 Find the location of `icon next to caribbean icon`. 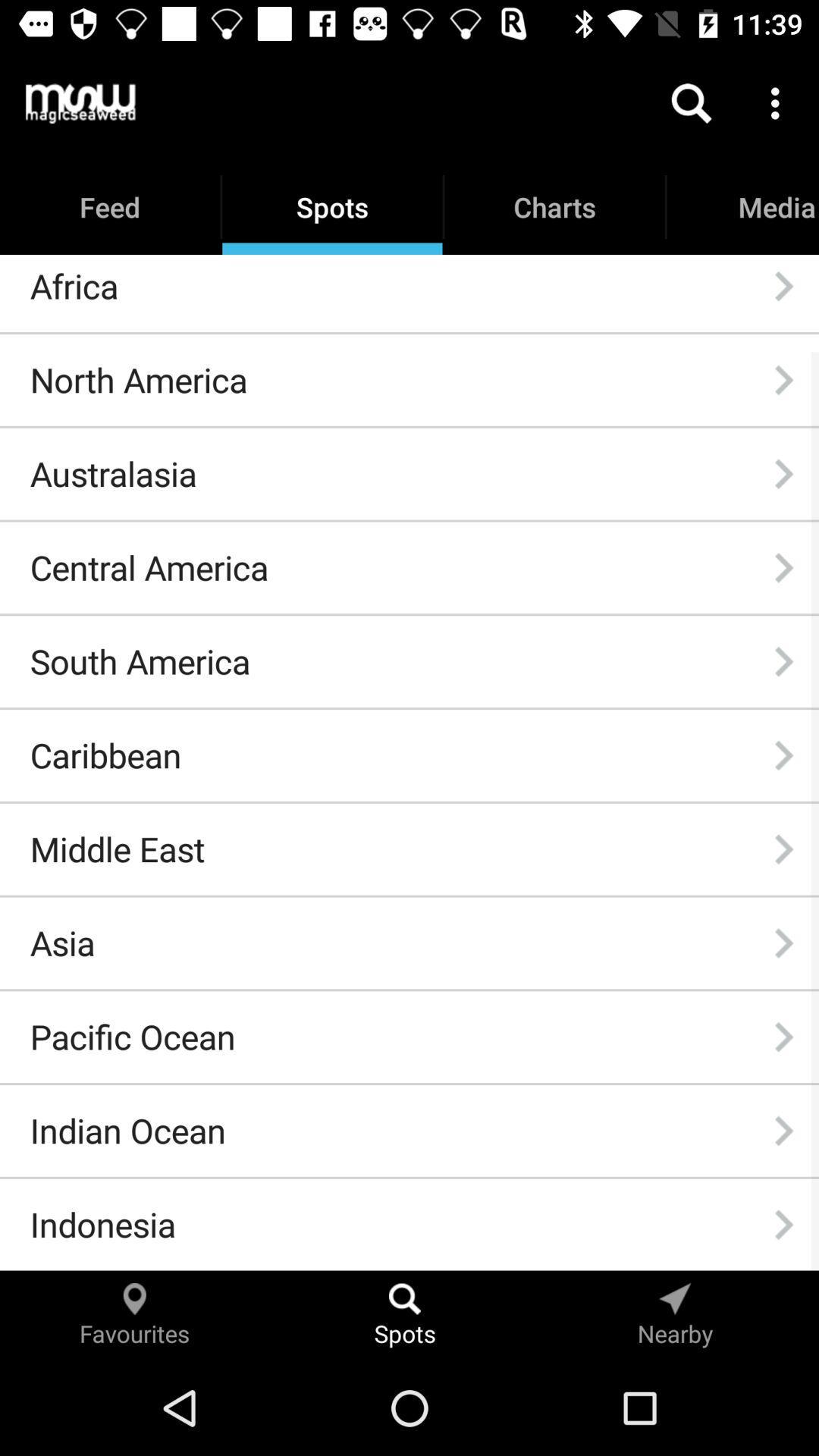

icon next to caribbean icon is located at coordinates (783, 755).